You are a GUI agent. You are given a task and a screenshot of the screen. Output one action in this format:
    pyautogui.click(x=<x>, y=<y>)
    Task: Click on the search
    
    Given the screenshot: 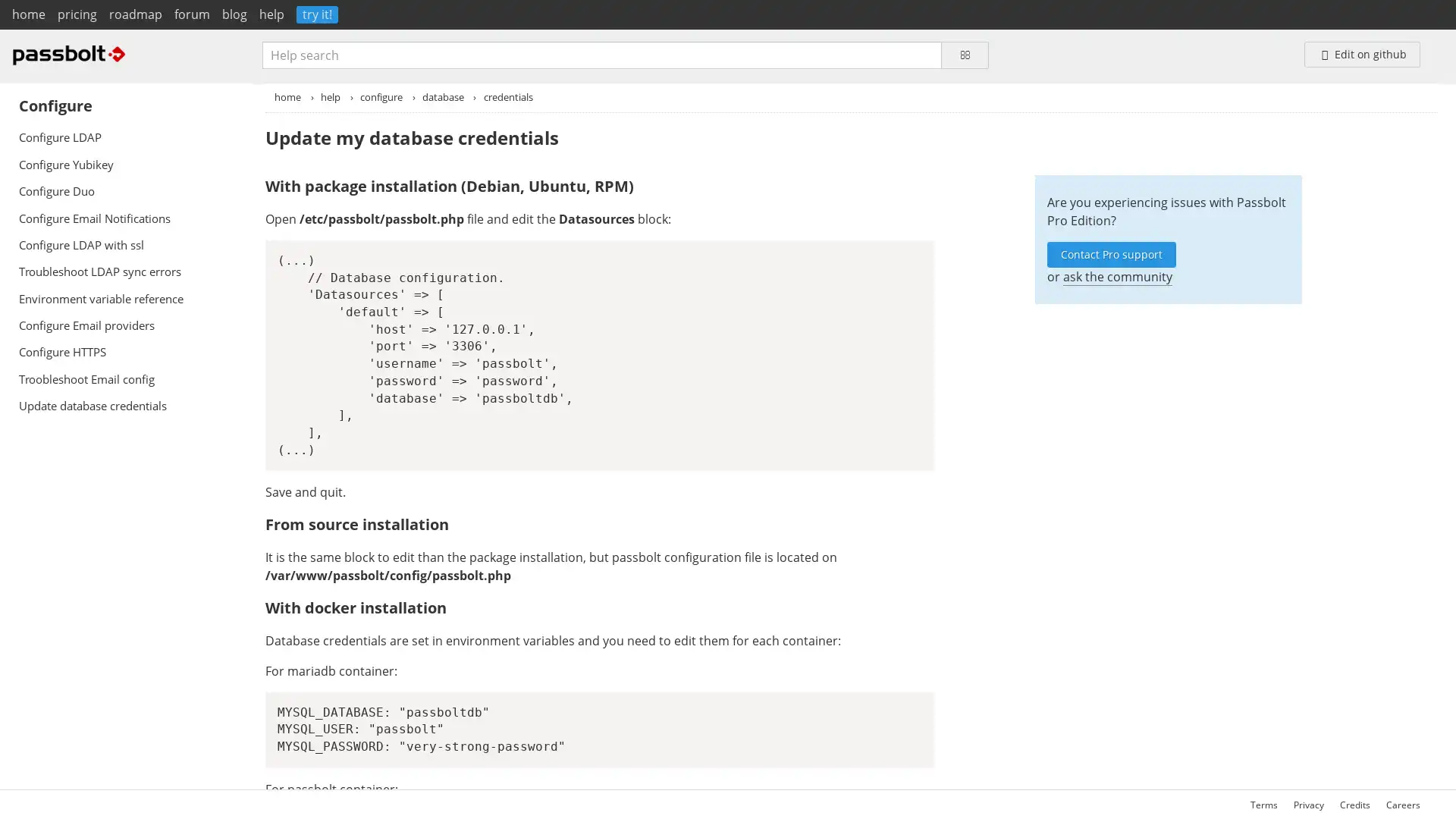 What is the action you would take?
    pyautogui.click(x=964, y=54)
    